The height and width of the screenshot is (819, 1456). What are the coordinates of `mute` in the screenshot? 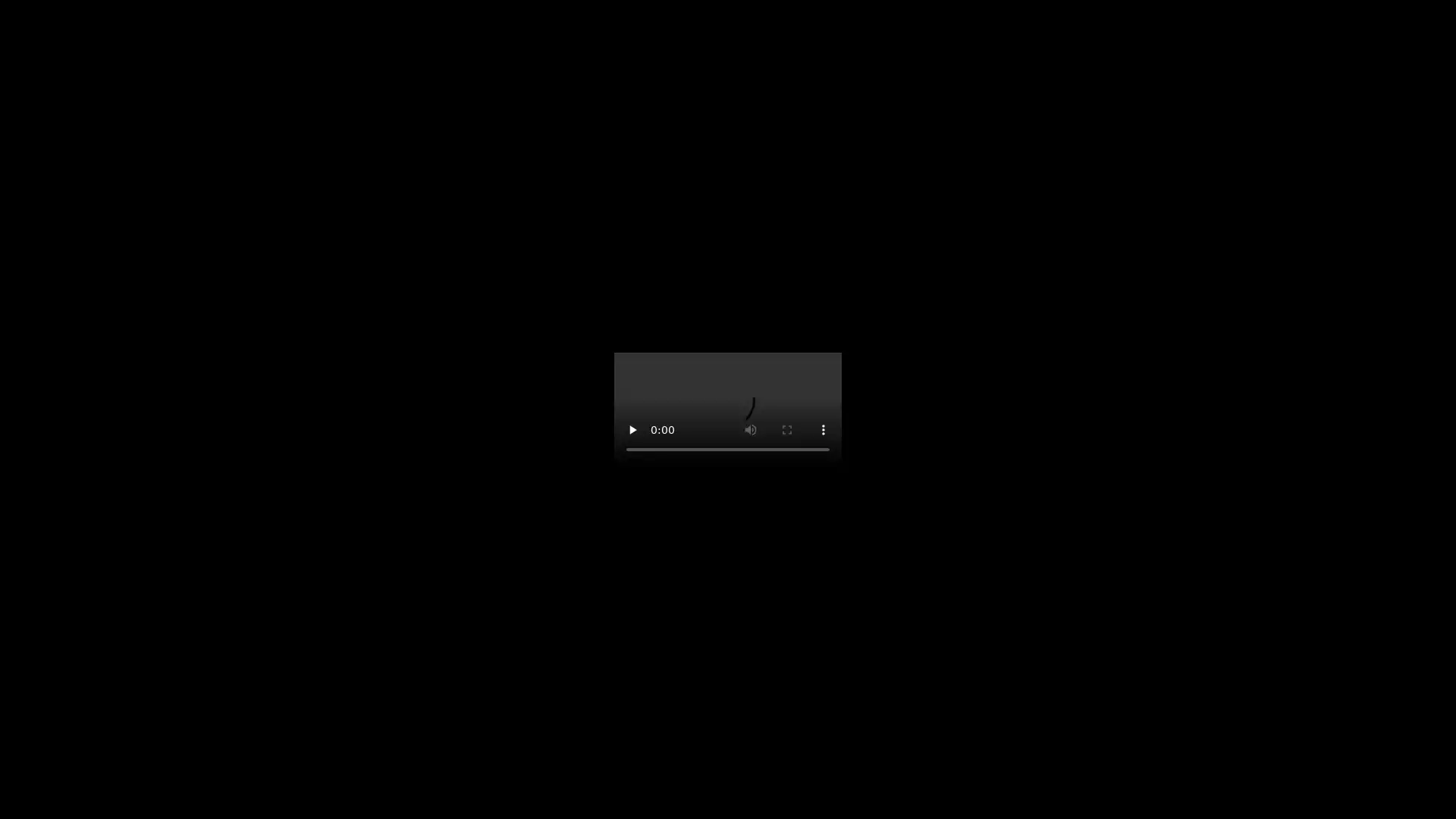 It's located at (750, 430).